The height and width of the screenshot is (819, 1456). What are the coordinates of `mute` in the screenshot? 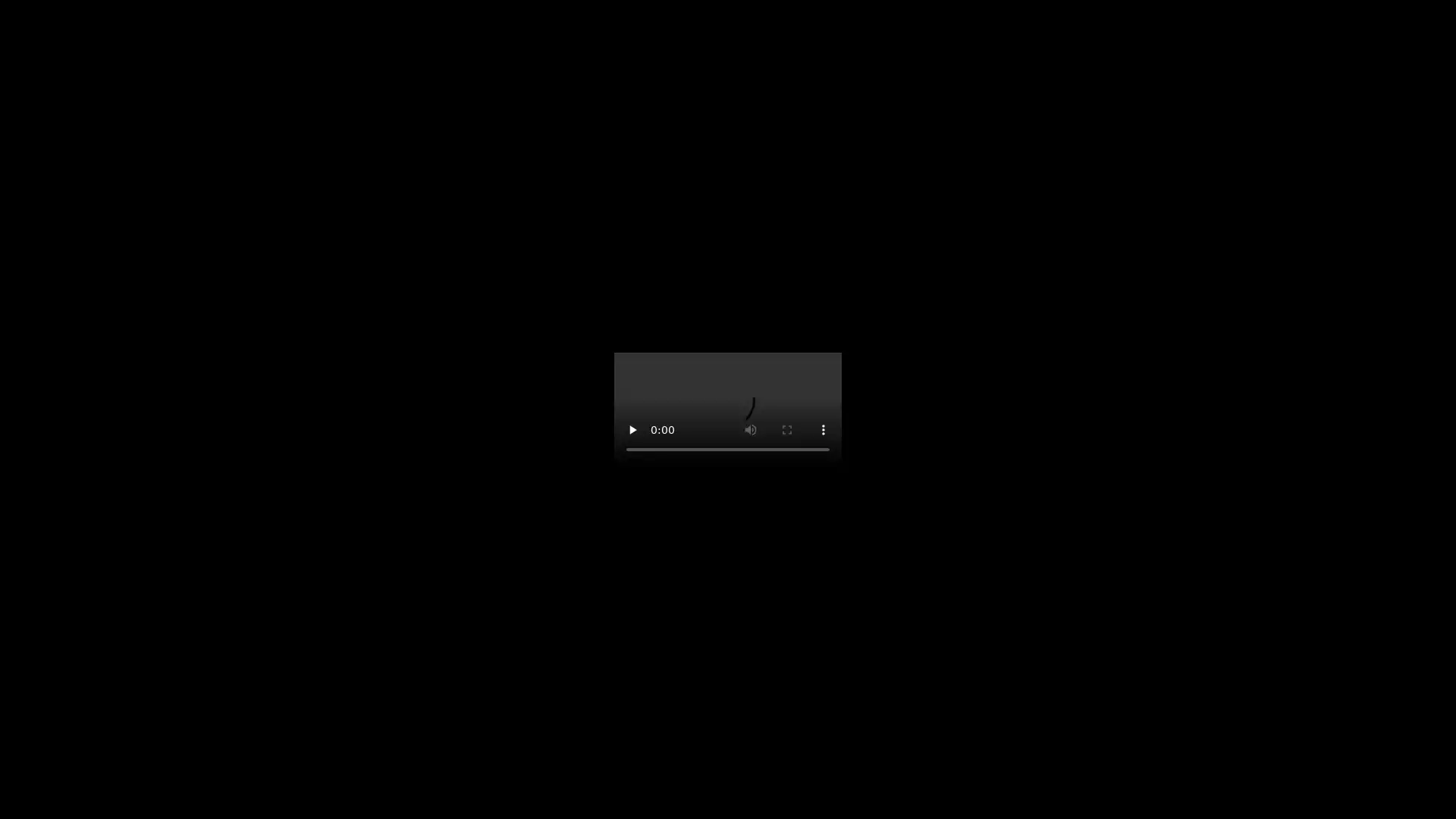 It's located at (750, 430).